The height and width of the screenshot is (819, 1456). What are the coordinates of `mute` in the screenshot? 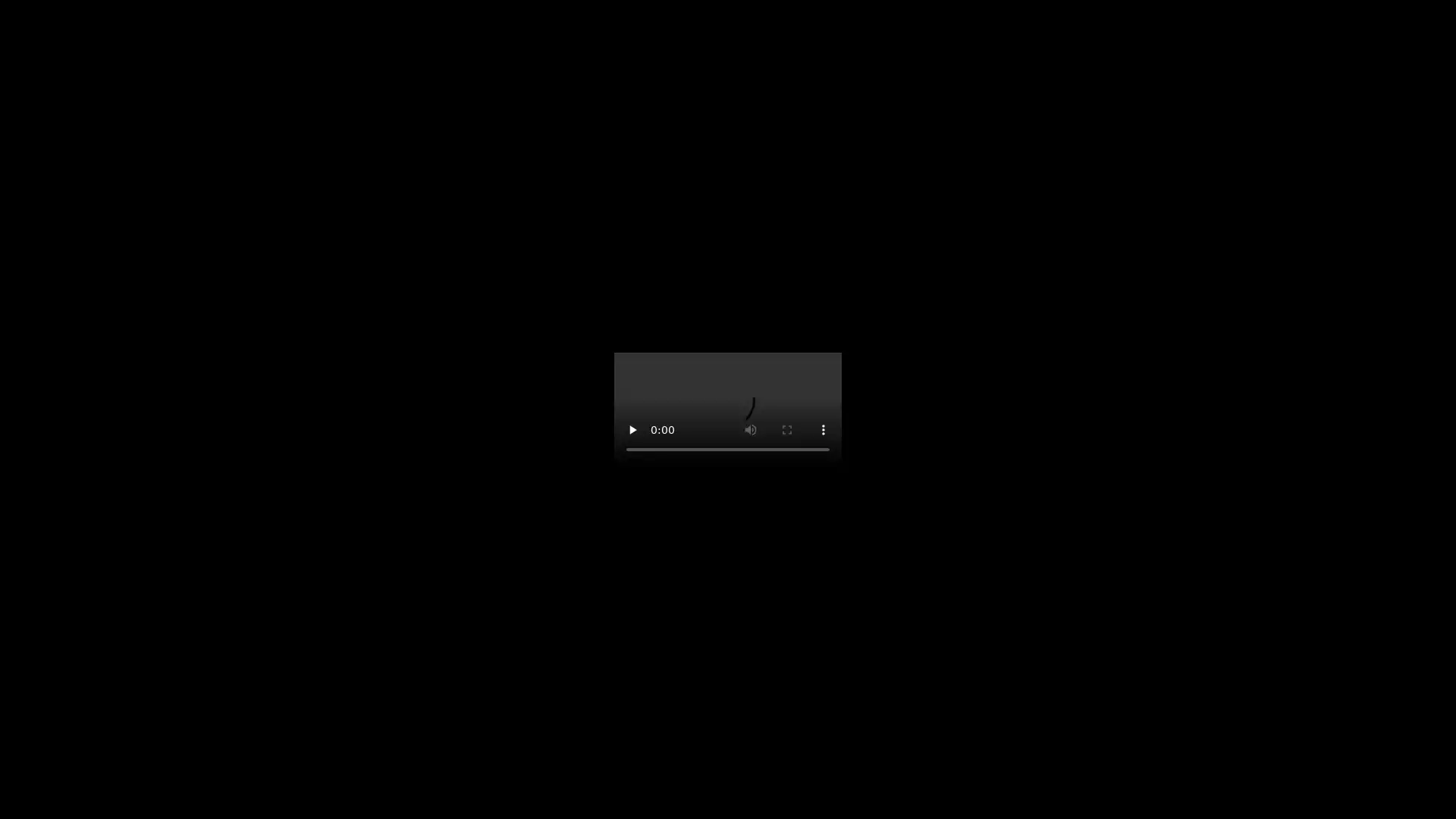 It's located at (750, 430).